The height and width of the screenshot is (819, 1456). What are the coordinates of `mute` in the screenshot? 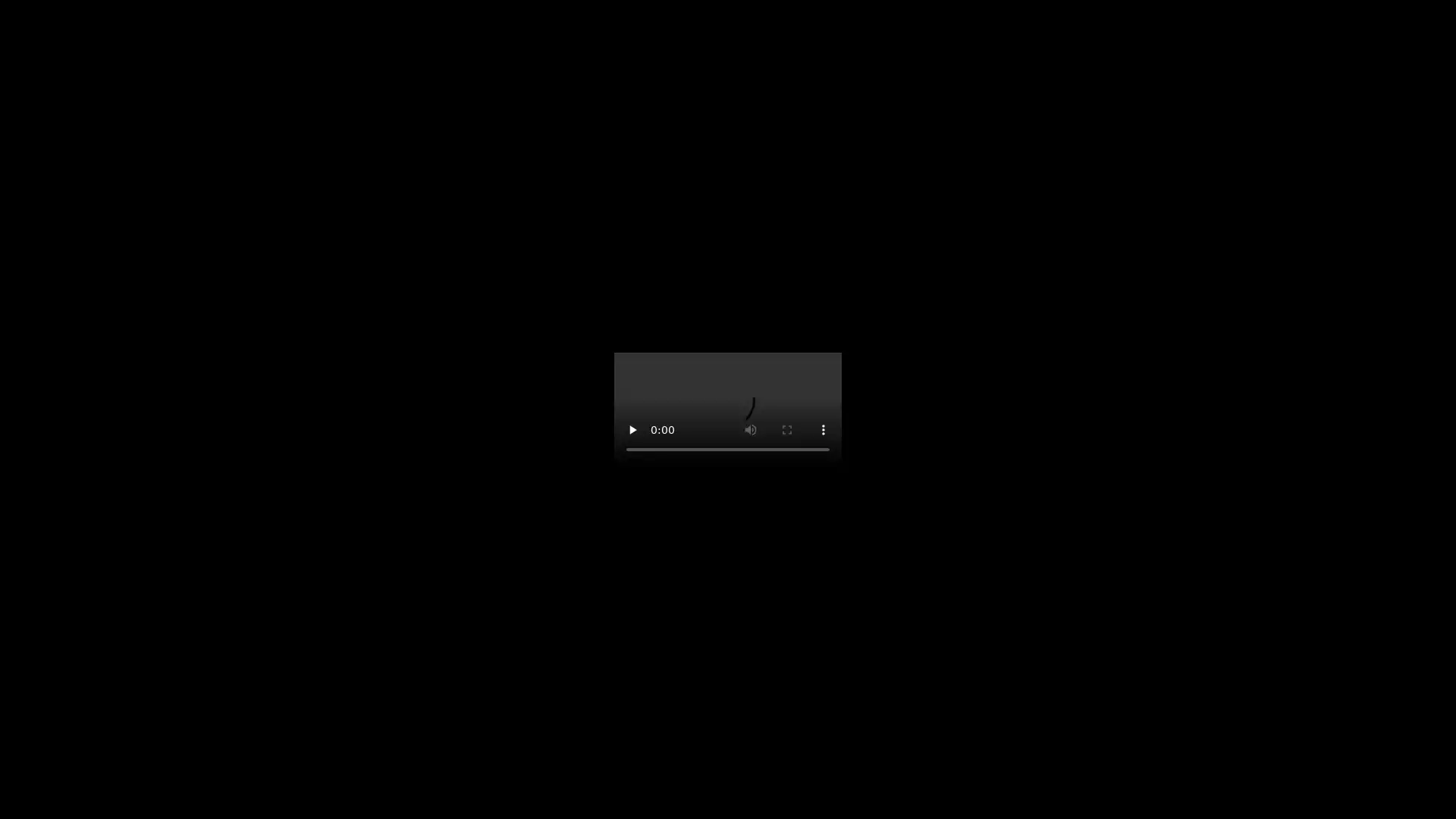 It's located at (750, 430).